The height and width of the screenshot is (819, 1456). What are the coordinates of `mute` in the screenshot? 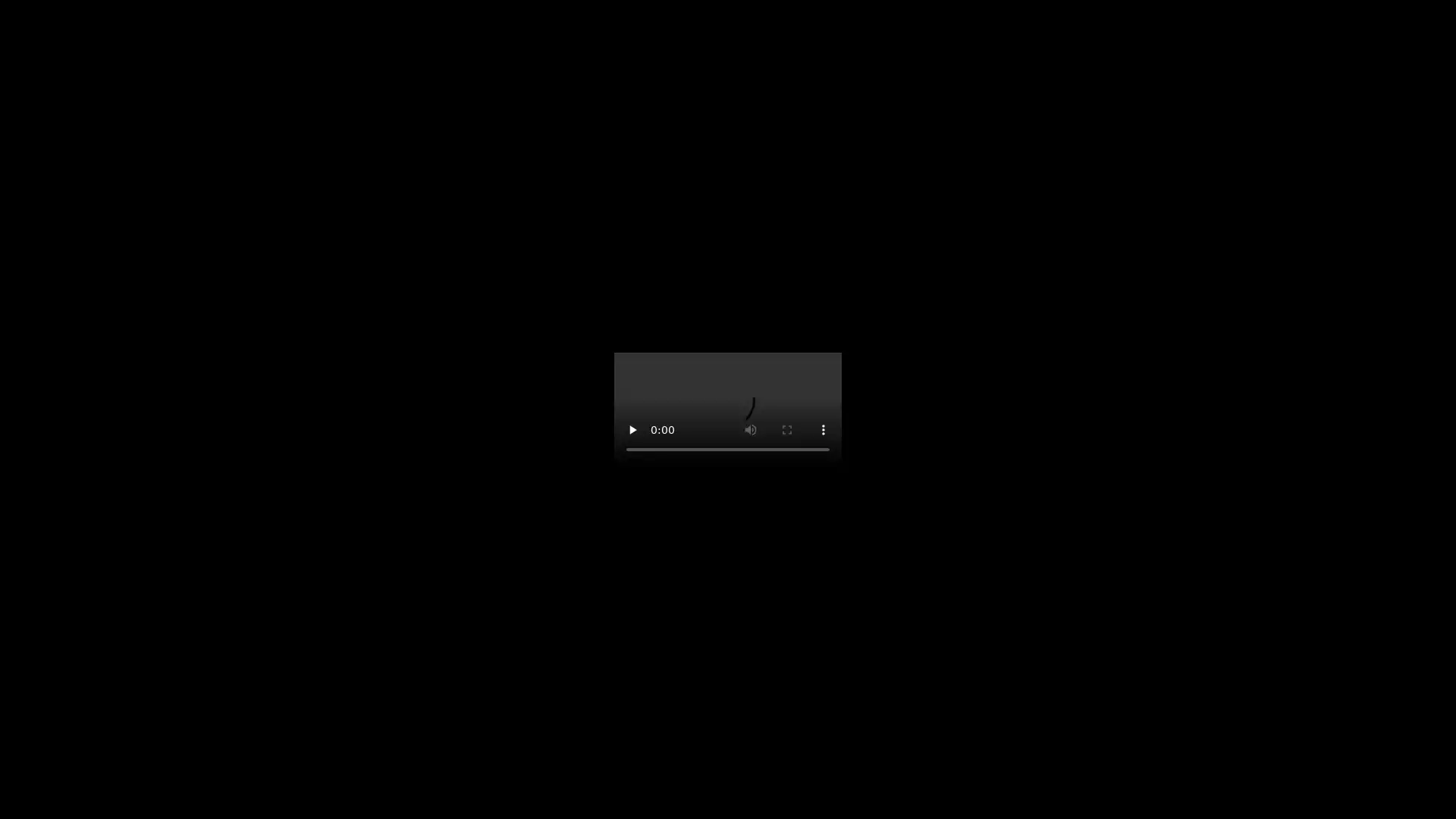 It's located at (750, 430).